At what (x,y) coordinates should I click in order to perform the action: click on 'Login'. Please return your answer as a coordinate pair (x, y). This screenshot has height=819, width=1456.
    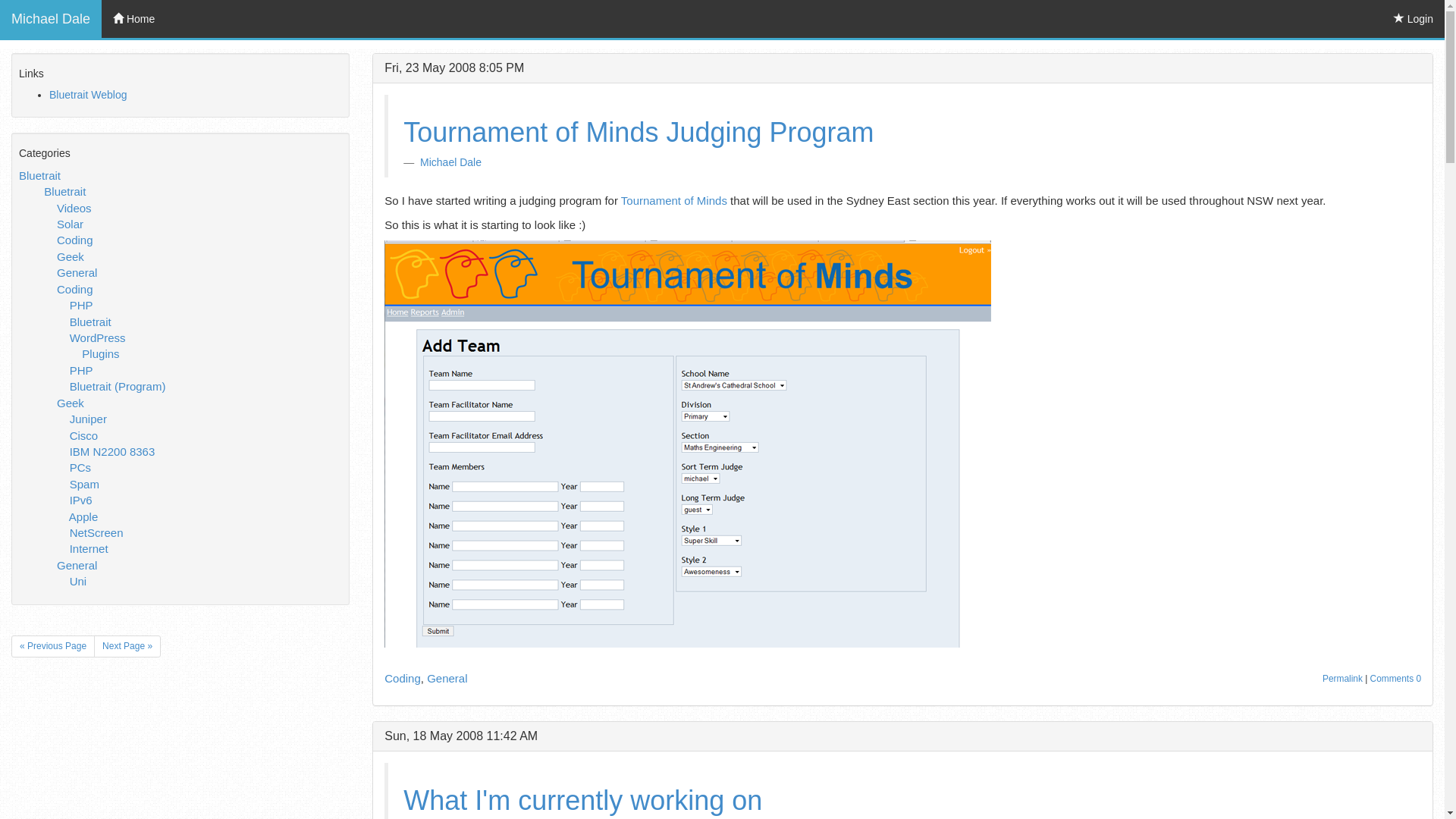
    Looking at the image, I should click on (1412, 18).